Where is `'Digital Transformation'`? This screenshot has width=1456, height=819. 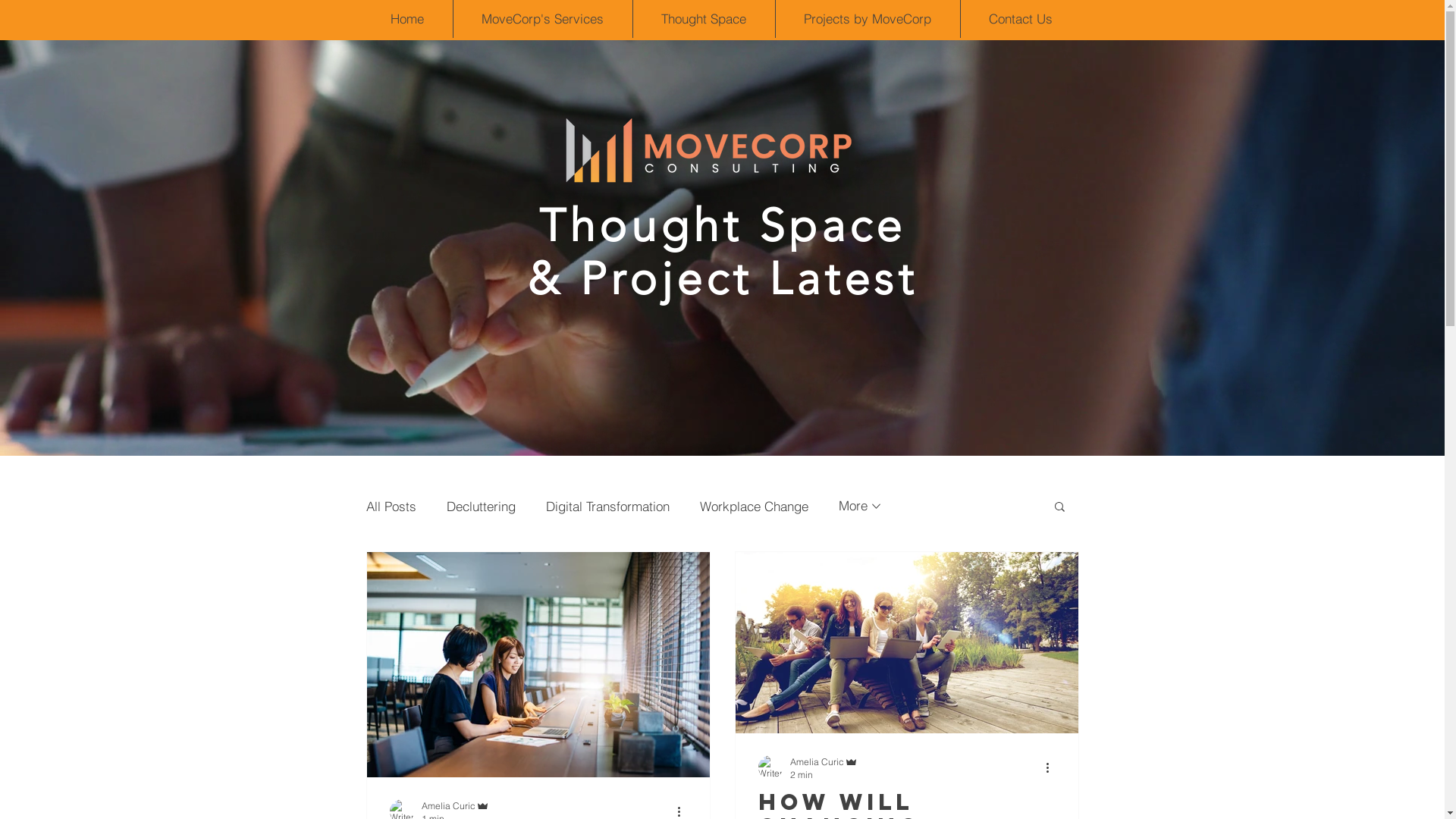
'Digital Transformation' is located at coordinates (607, 505).